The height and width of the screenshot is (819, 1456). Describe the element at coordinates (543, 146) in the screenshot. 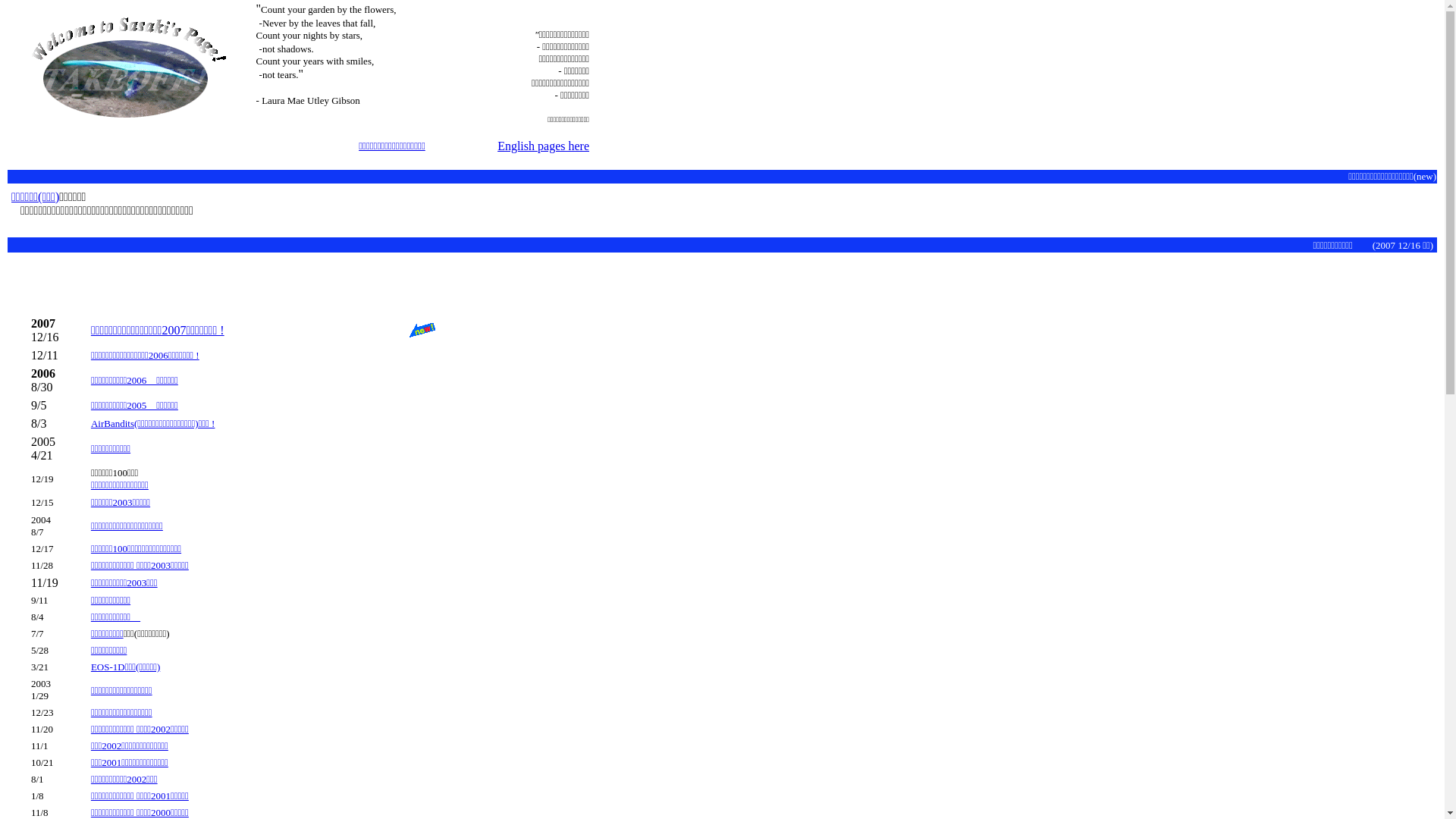

I see `'English pages here'` at that location.